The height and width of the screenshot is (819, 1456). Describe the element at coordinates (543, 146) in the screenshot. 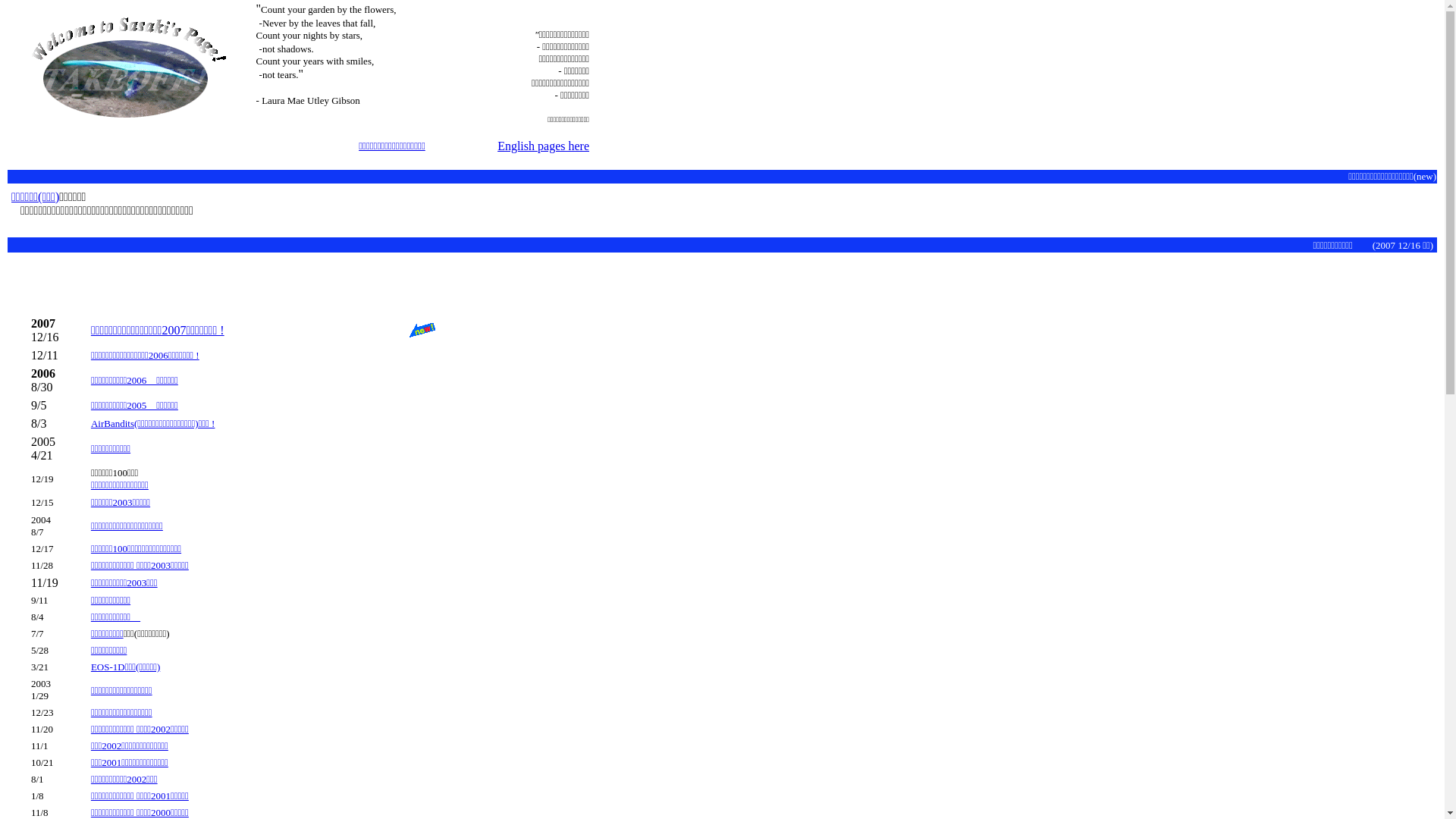

I see `'English pages here'` at that location.